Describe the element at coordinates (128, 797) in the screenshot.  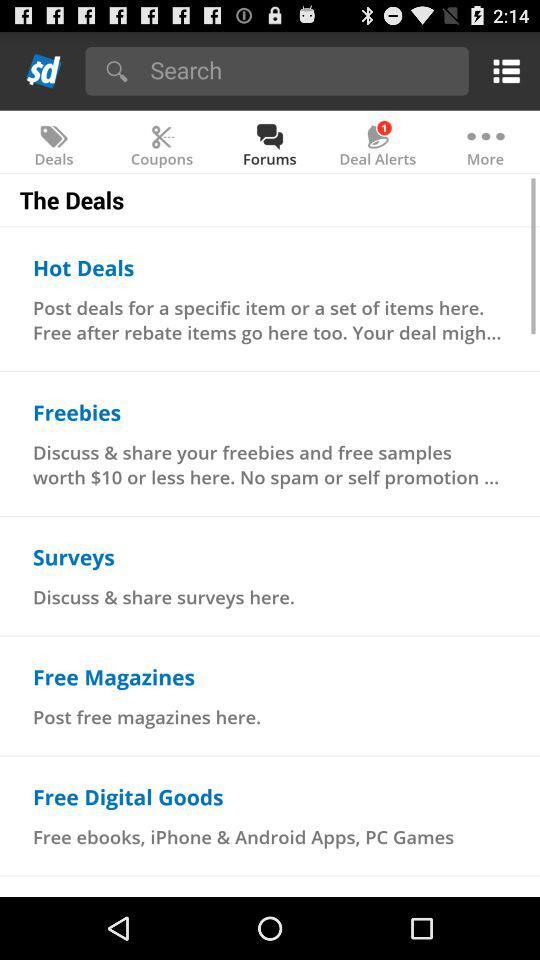
I see `the free digital goods icon` at that location.